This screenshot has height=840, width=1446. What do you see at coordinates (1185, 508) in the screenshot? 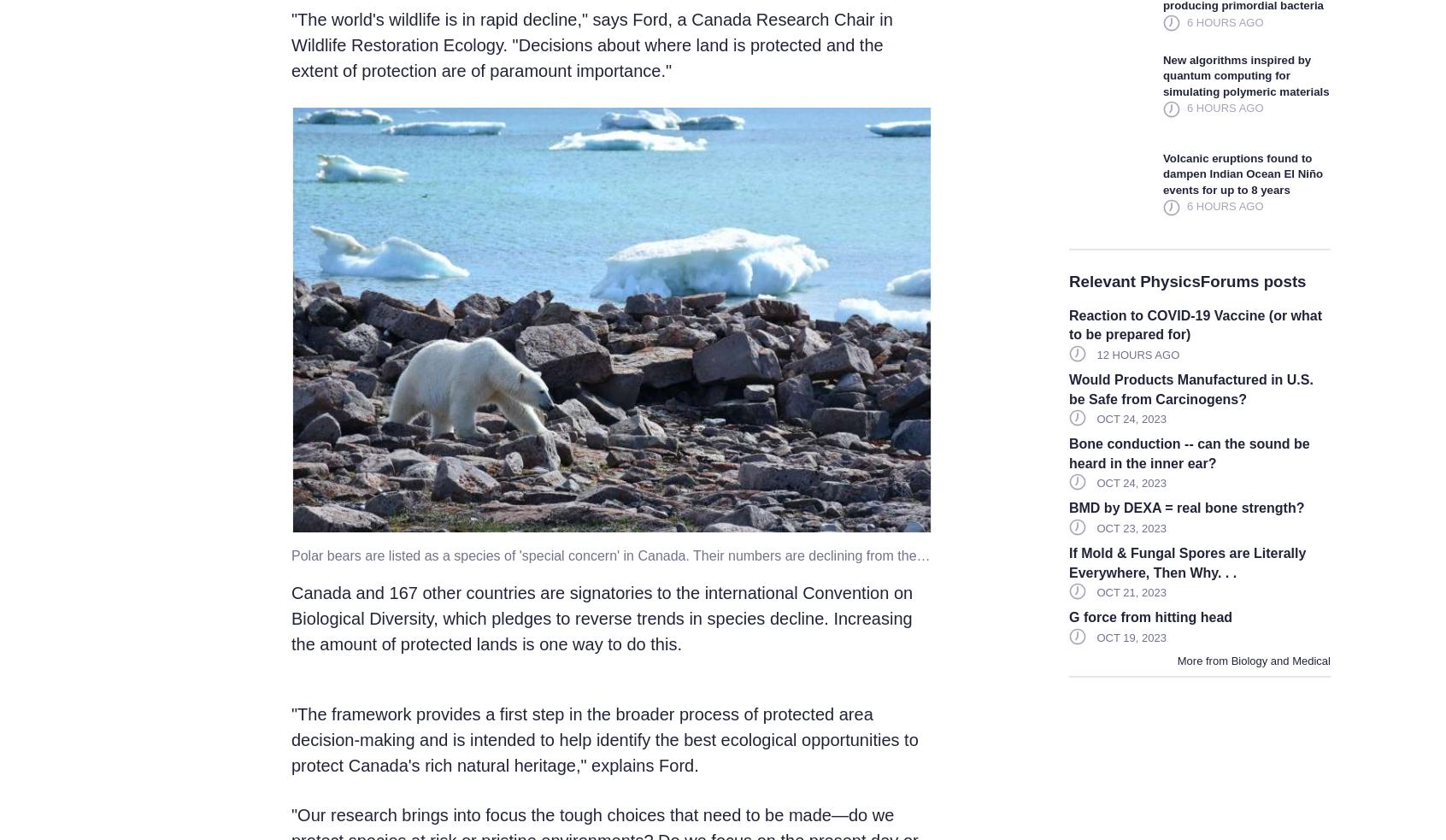
I see `'BMD by DEXA = real bone strength?'` at bounding box center [1185, 508].